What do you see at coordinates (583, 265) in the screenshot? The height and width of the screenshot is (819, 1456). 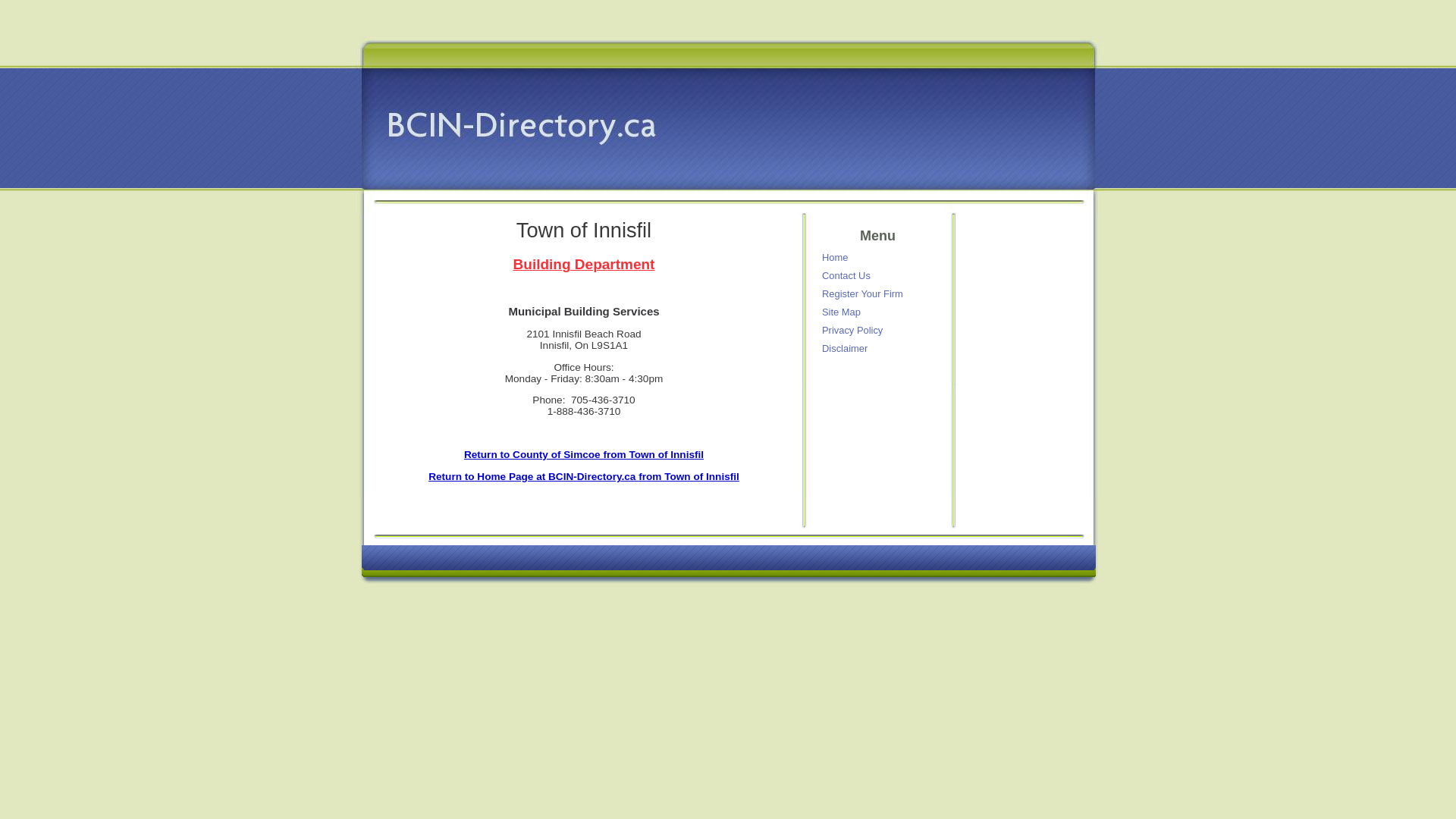 I see `'Building Department'` at bounding box center [583, 265].